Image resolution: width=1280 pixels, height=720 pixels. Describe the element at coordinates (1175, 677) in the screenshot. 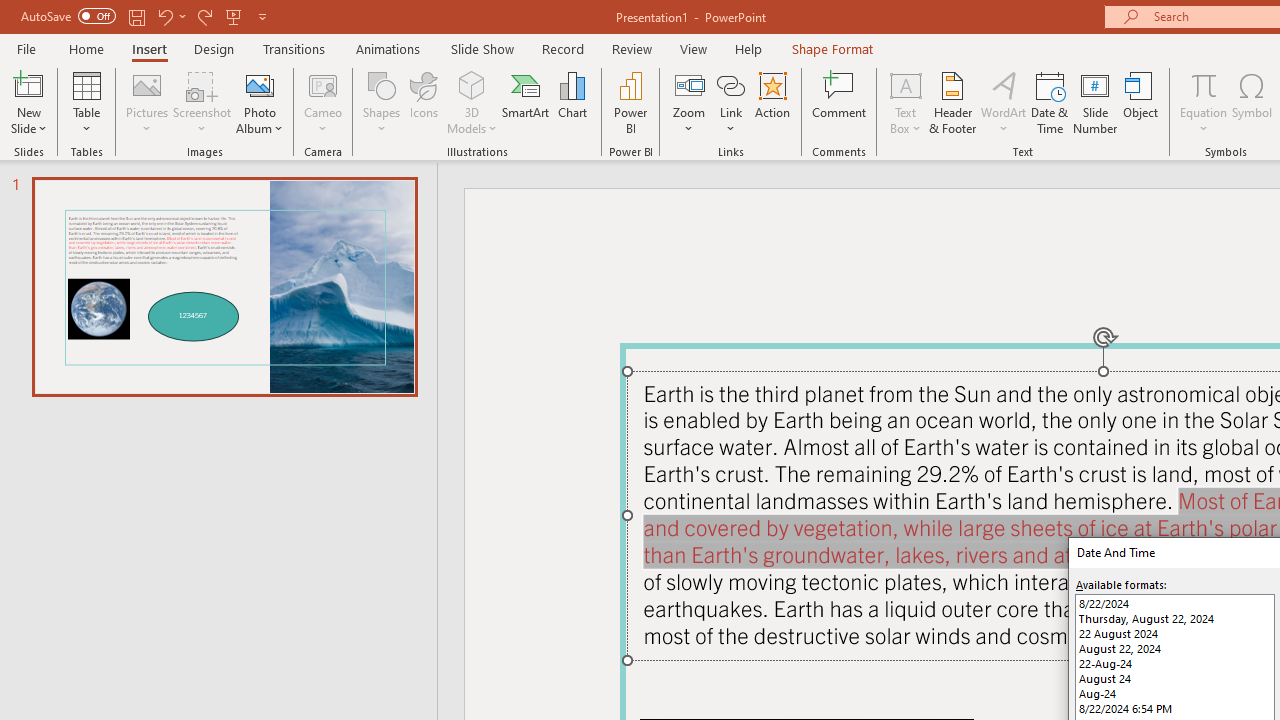

I see `'August 24'` at that location.